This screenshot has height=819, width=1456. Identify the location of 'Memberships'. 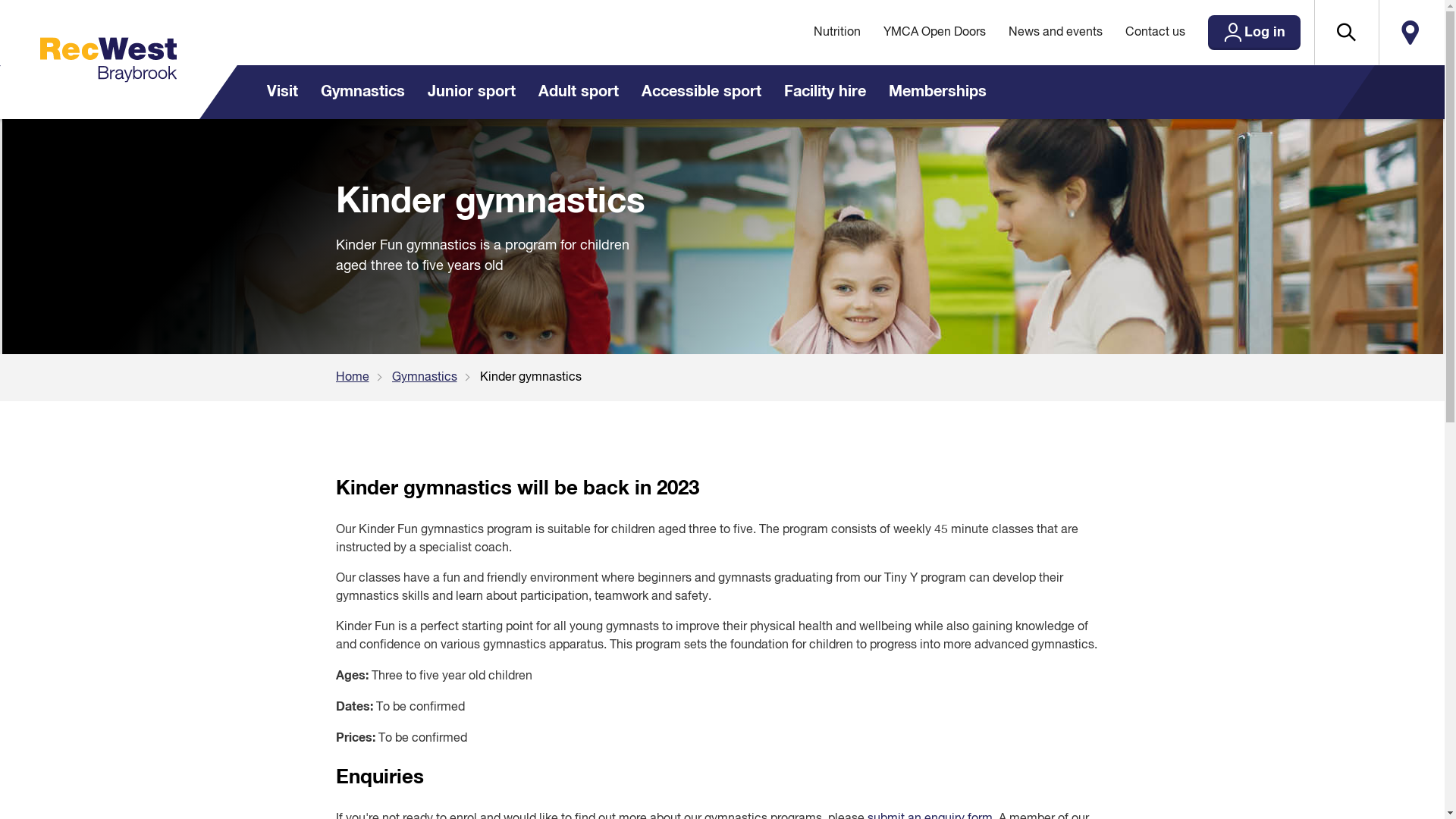
(936, 92).